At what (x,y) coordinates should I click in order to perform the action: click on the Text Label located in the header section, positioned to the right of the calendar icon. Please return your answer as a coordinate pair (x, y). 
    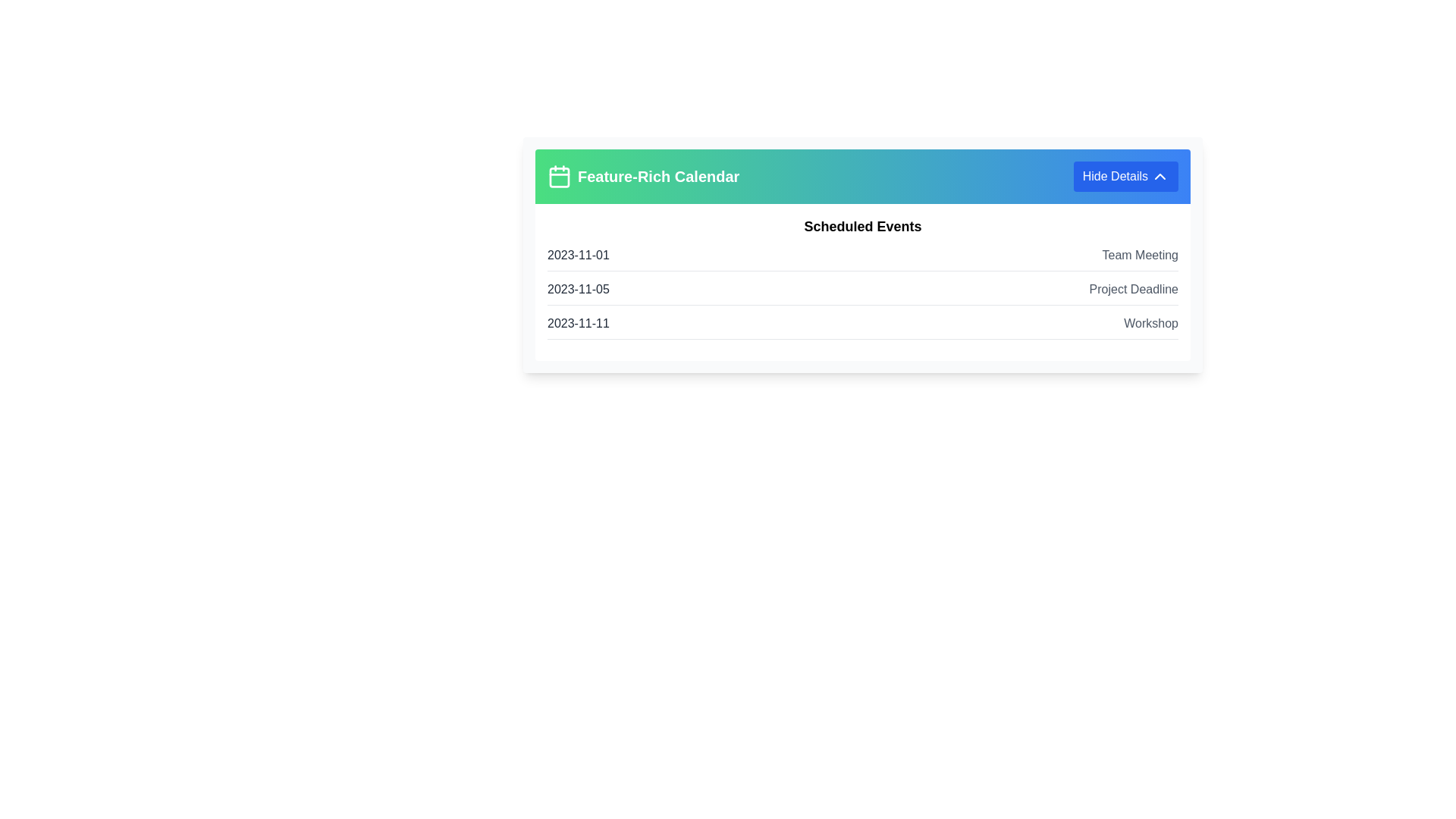
    Looking at the image, I should click on (658, 175).